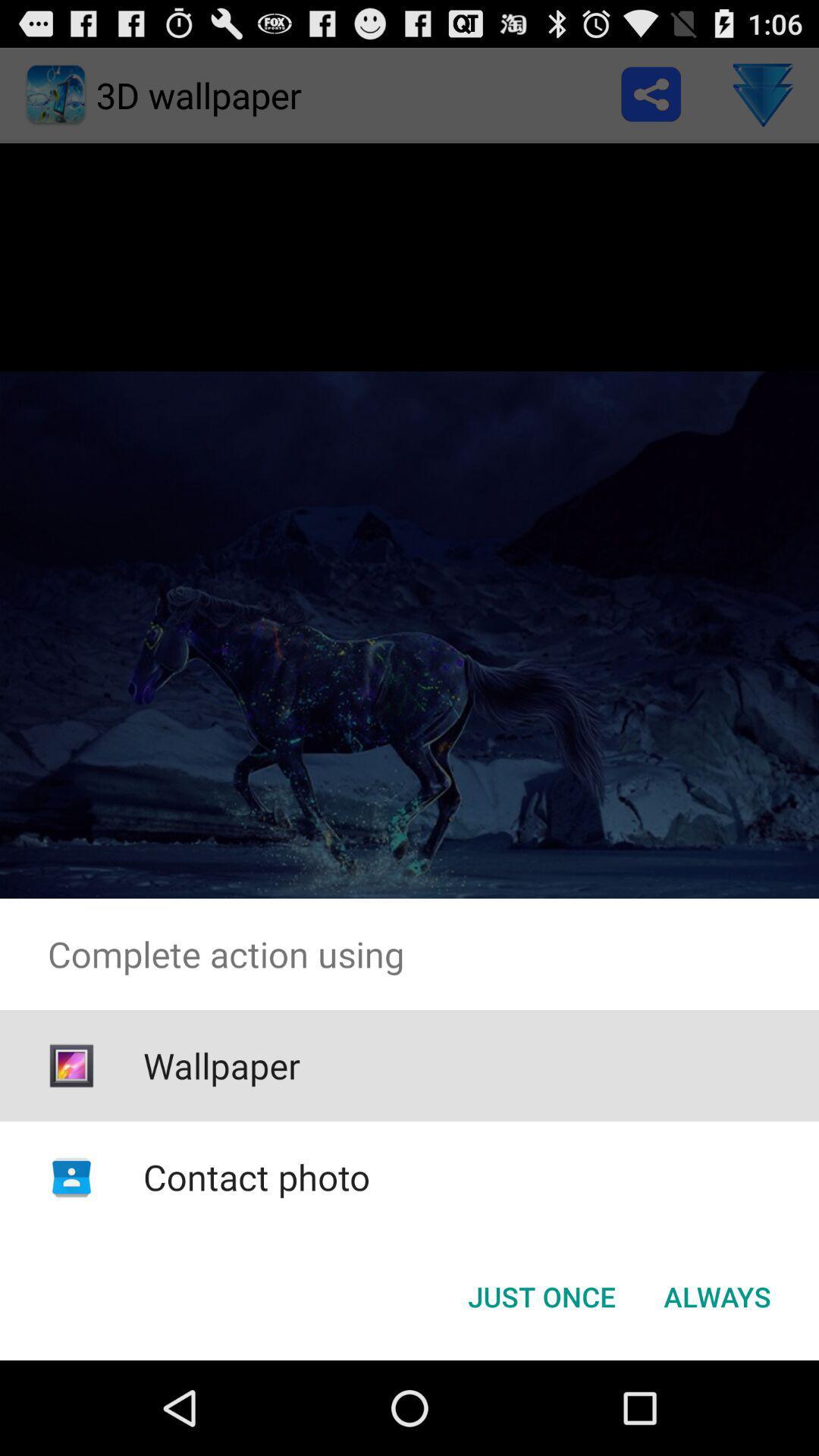 The height and width of the screenshot is (1456, 819). Describe the element at coordinates (717, 1295) in the screenshot. I see `the item at the bottom right corner` at that location.